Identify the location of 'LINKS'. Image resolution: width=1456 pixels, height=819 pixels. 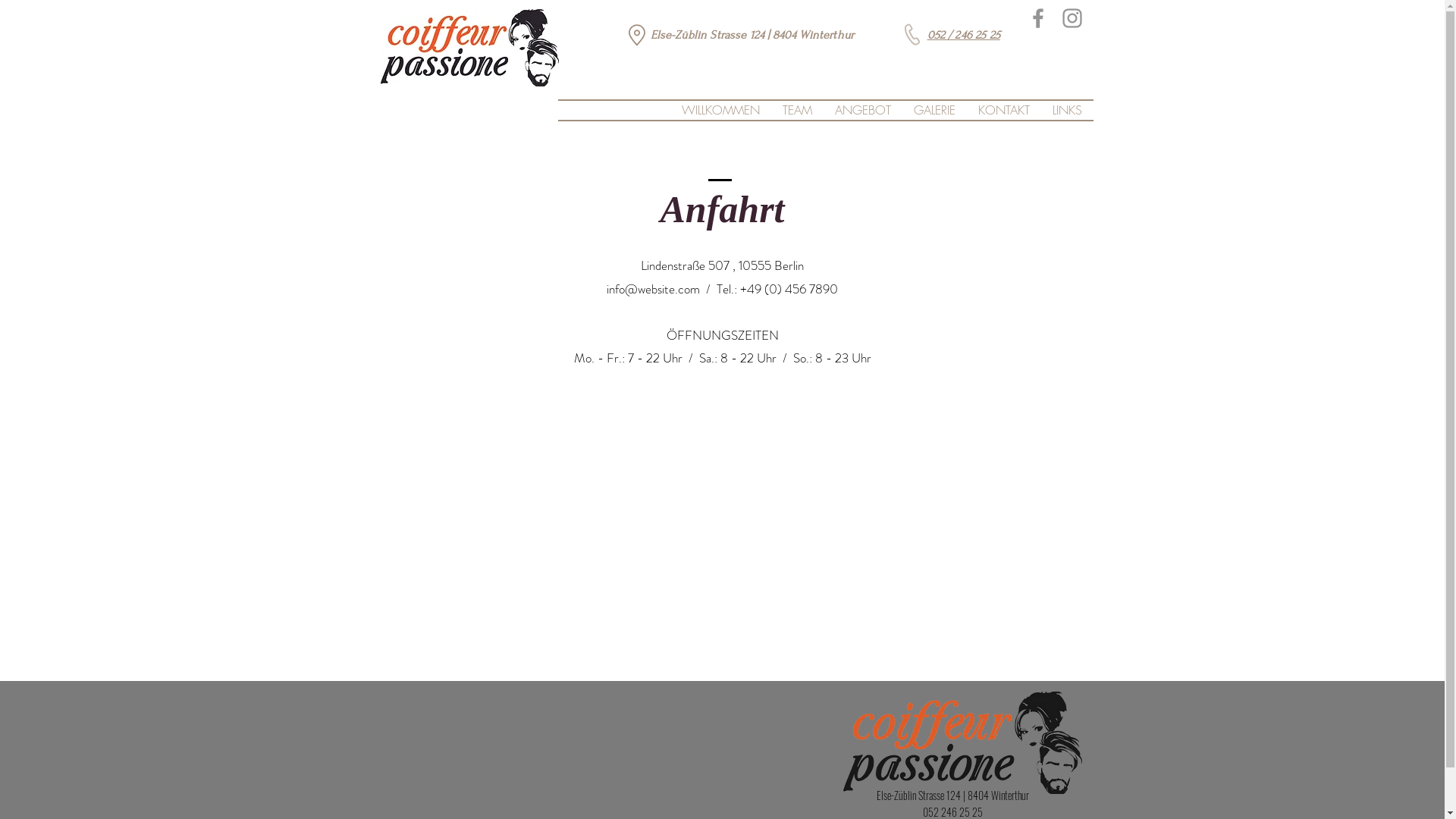
(1065, 109).